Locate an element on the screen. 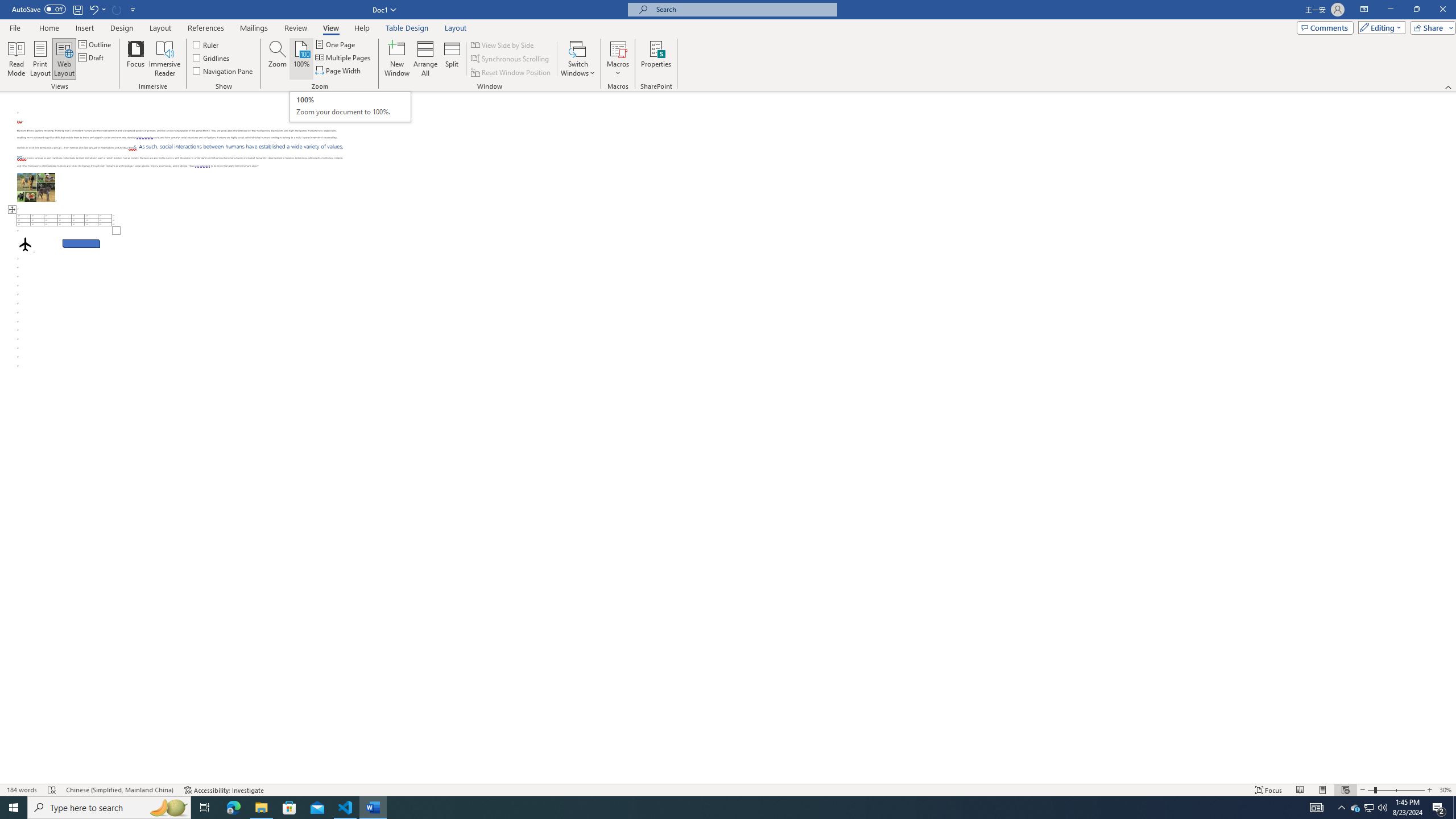 This screenshot has height=819, width=1456. 'Zoom...' is located at coordinates (276, 59).